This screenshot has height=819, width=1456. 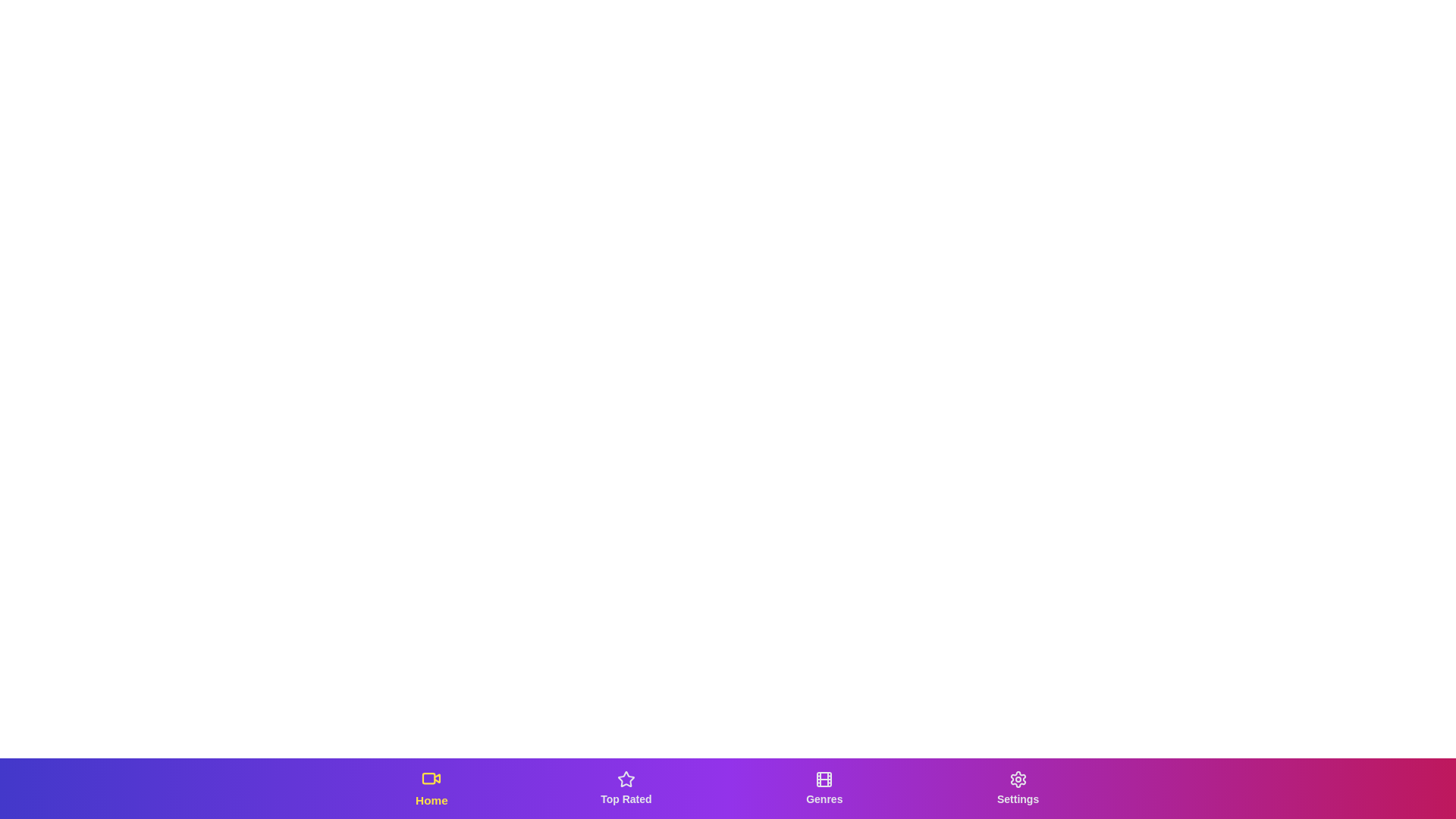 What do you see at coordinates (823, 788) in the screenshot?
I see `the Genres tab from the navigation bar` at bounding box center [823, 788].